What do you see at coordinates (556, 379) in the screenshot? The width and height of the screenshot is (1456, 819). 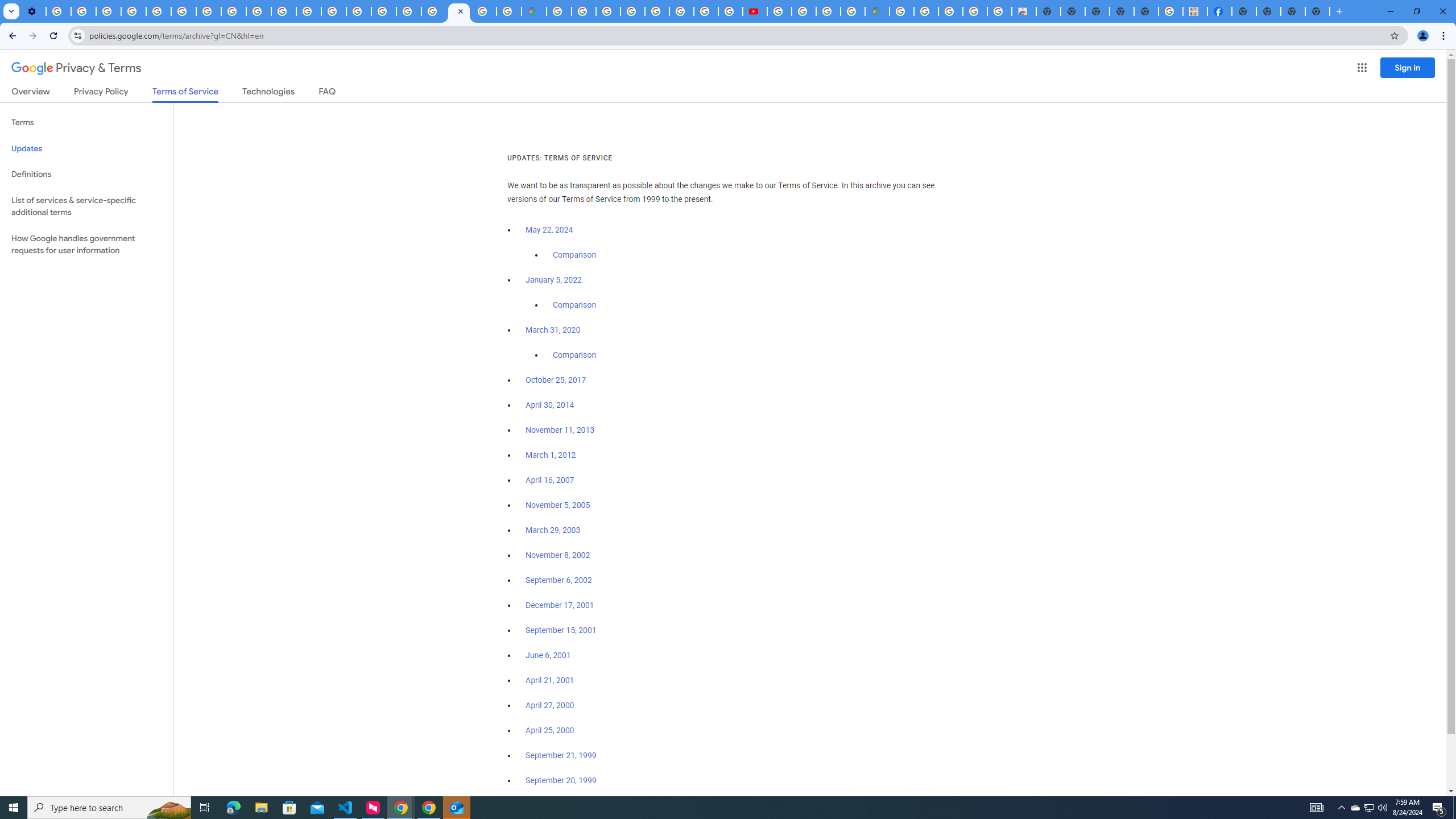 I see `'October 25, 2017'` at bounding box center [556, 379].